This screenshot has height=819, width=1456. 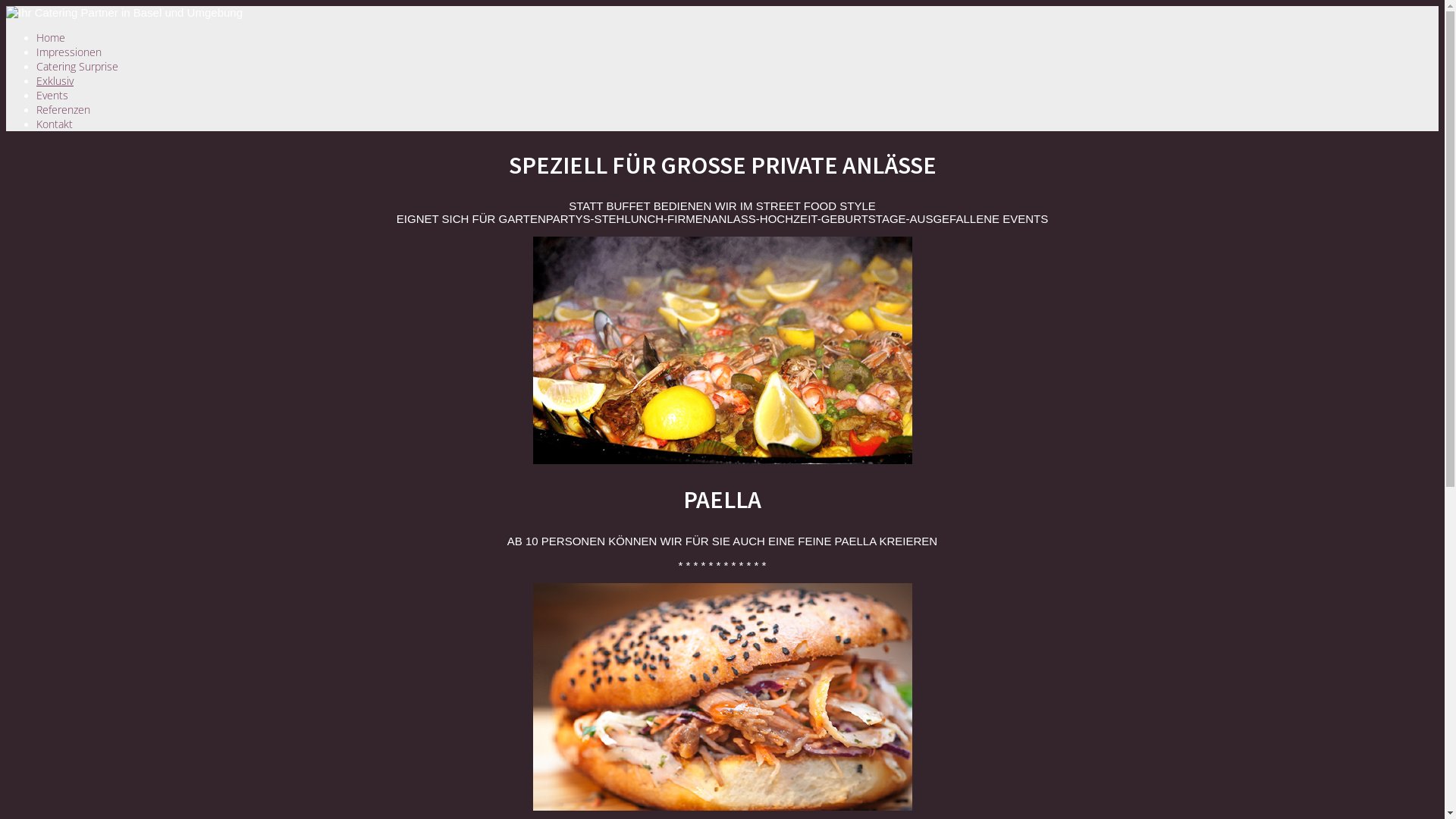 I want to click on 'Kontakt', so click(x=55, y=123).